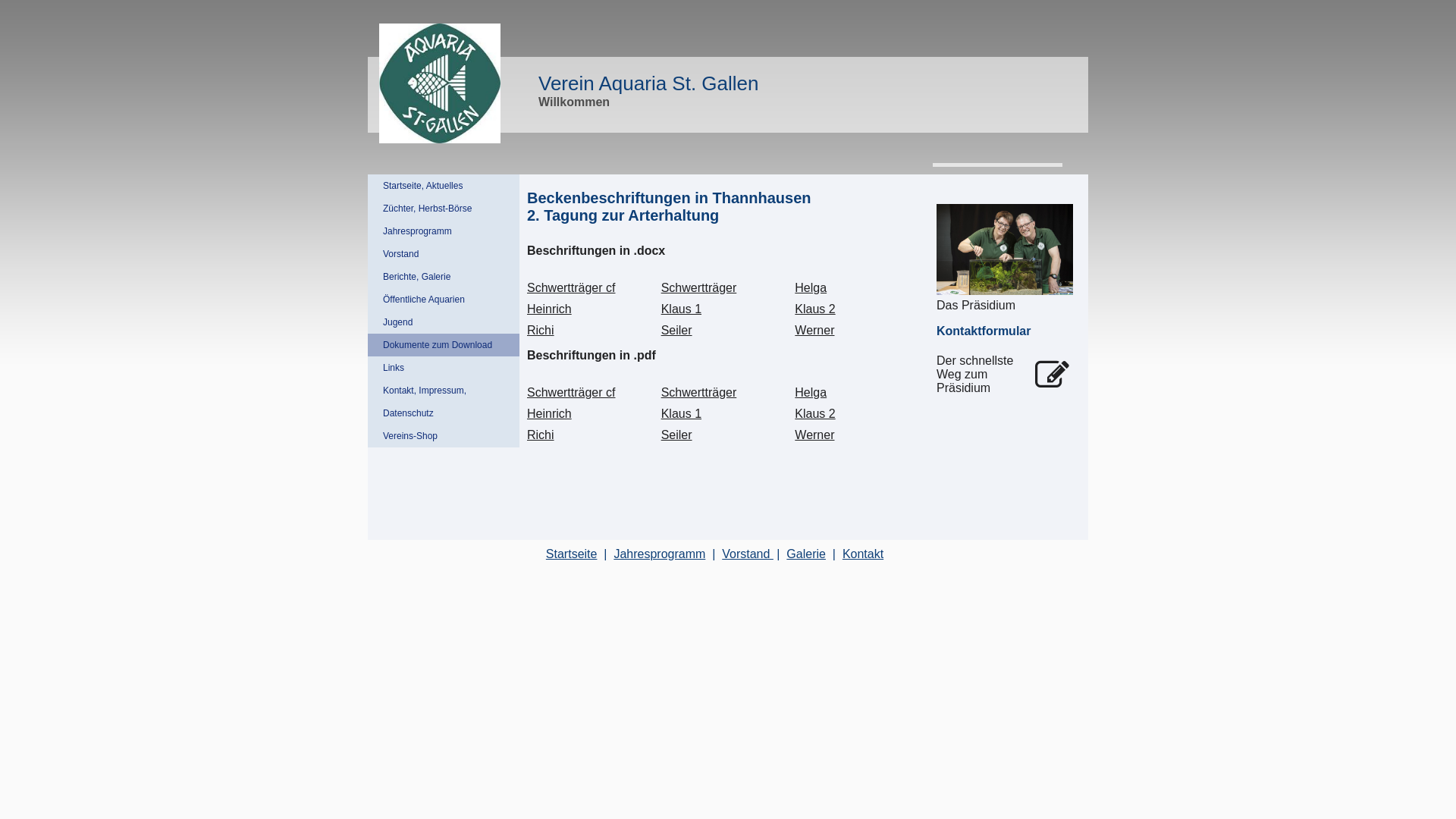 This screenshot has height=819, width=1456. Describe the element at coordinates (443, 231) in the screenshot. I see `'Jahresprogramm'` at that location.